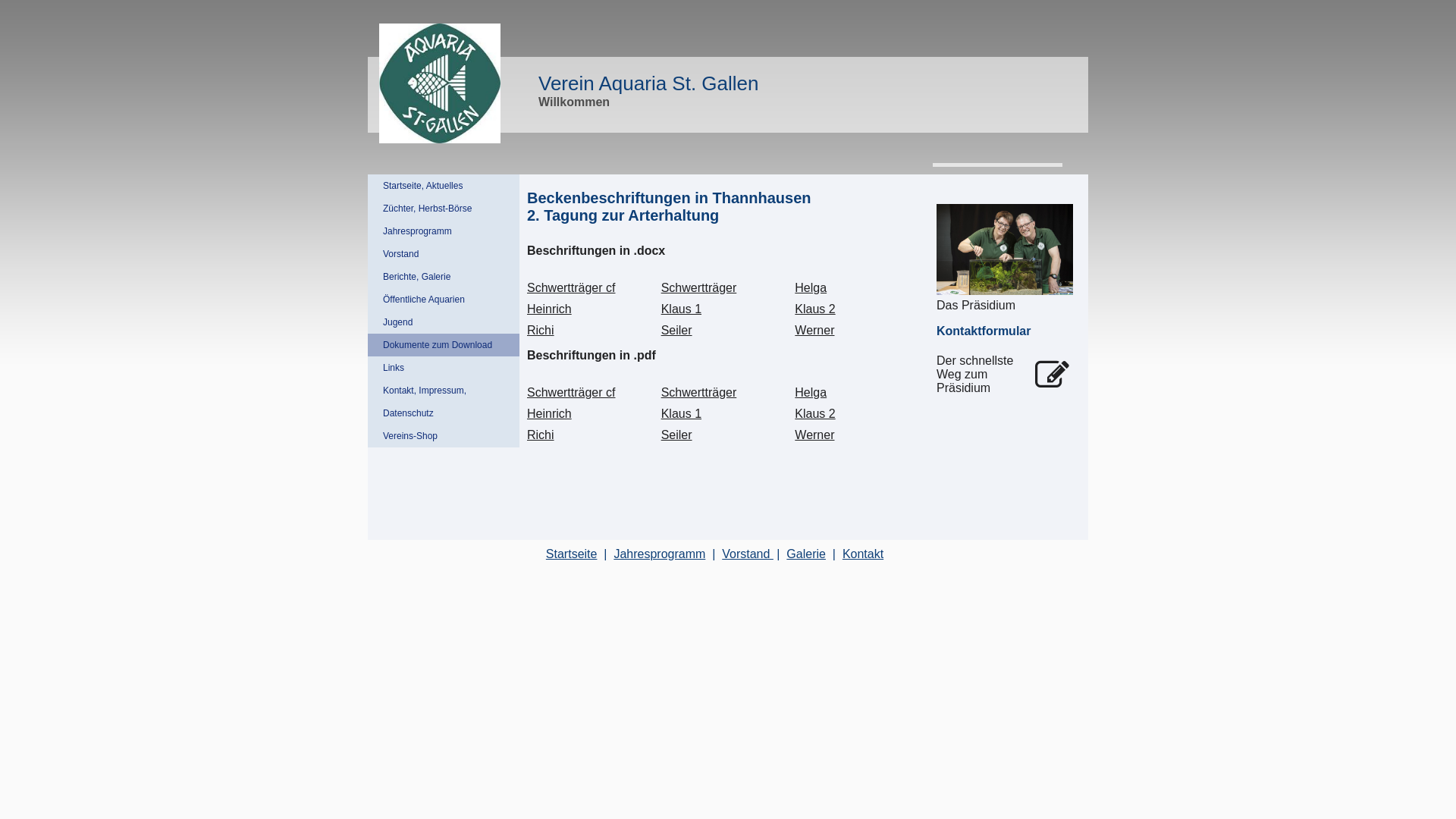 This screenshot has height=819, width=1456. Describe the element at coordinates (443, 231) in the screenshot. I see `'Jahresprogramm'` at that location.